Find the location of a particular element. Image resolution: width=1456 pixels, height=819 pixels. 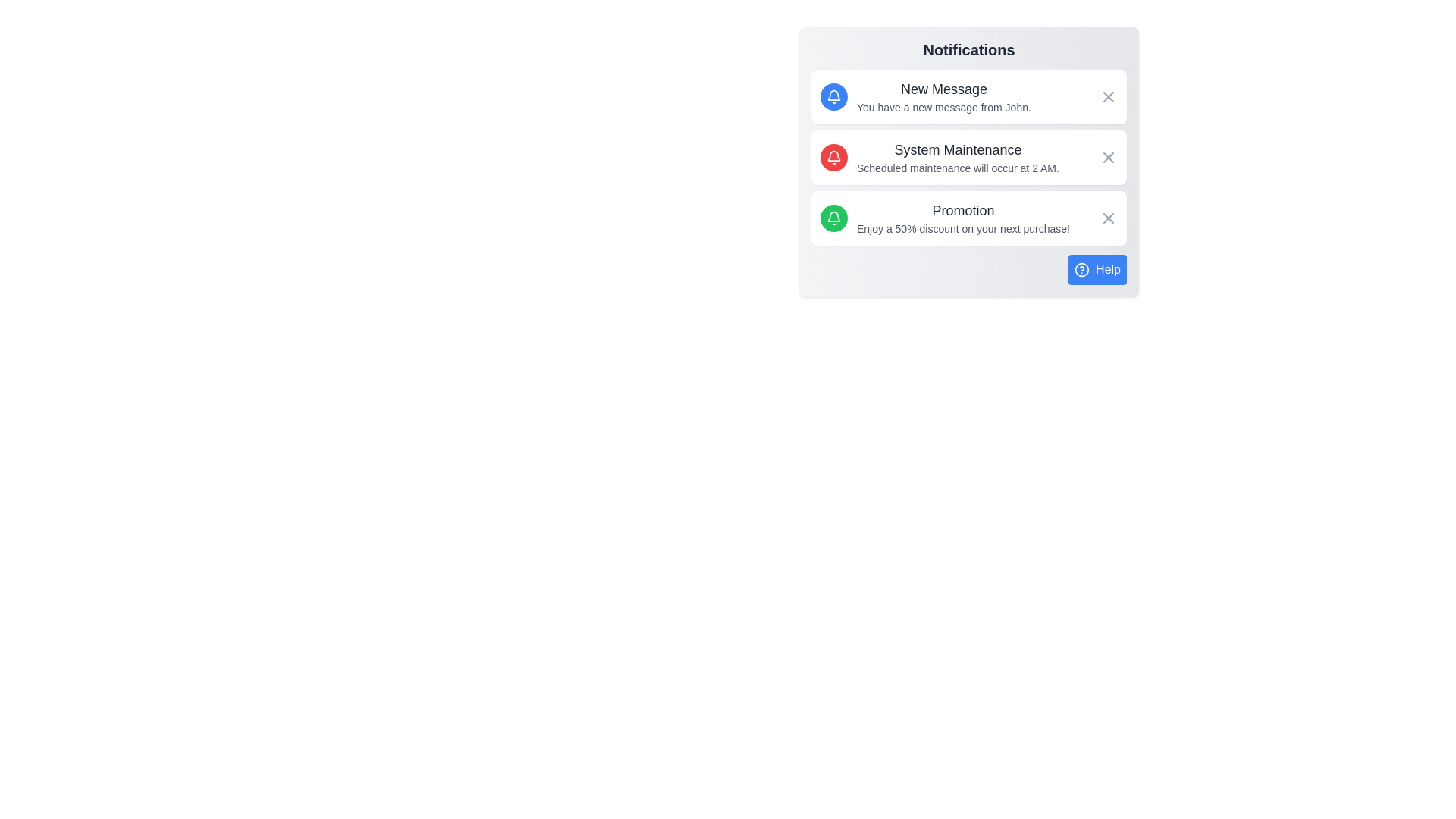

the urgent notification icon located to the left of the text 'System Maintenance' in the second notification item of the vertically arranged notification list is located at coordinates (833, 158).